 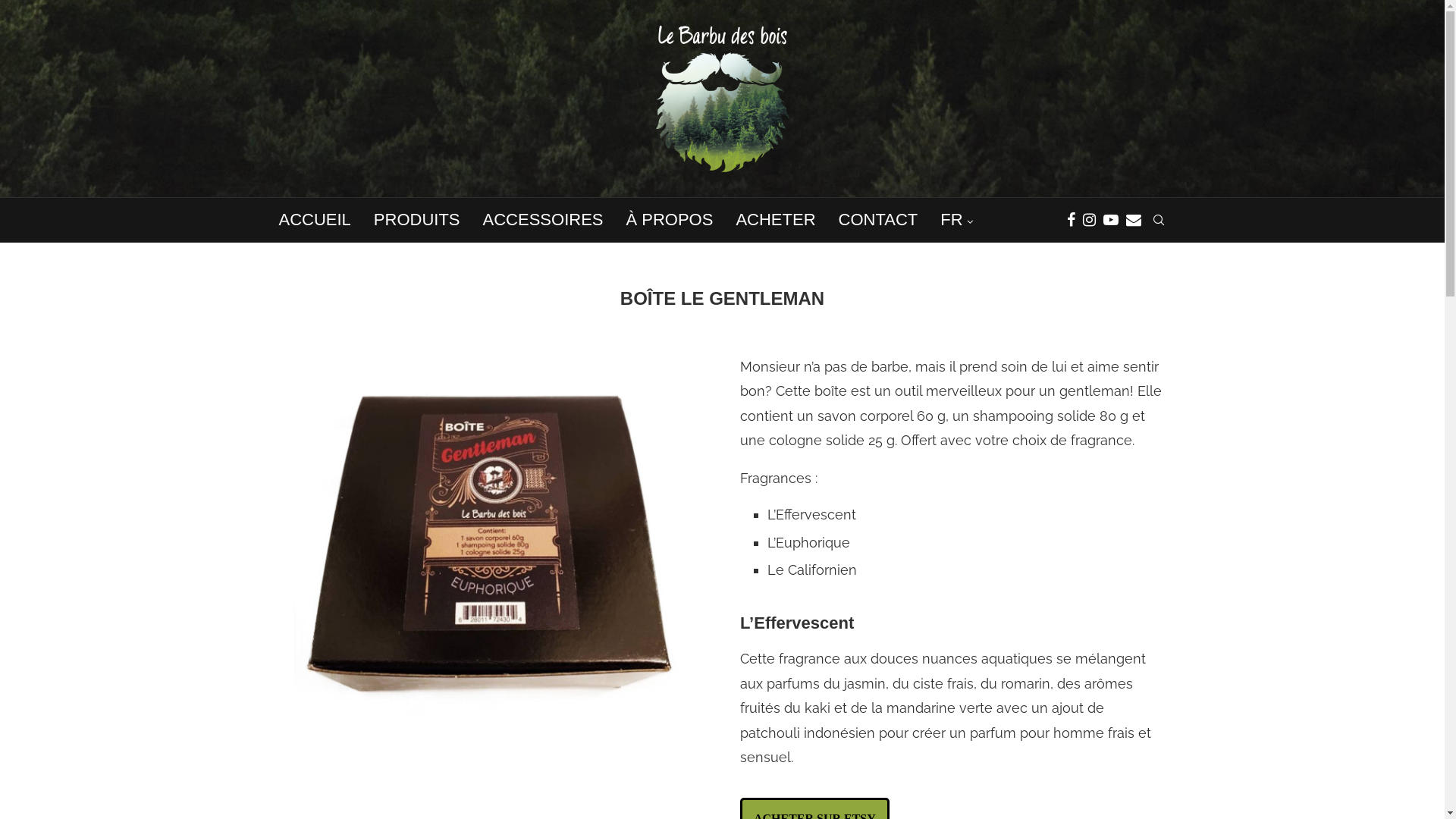 I want to click on 'ACHETER', so click(x=775, y=219).